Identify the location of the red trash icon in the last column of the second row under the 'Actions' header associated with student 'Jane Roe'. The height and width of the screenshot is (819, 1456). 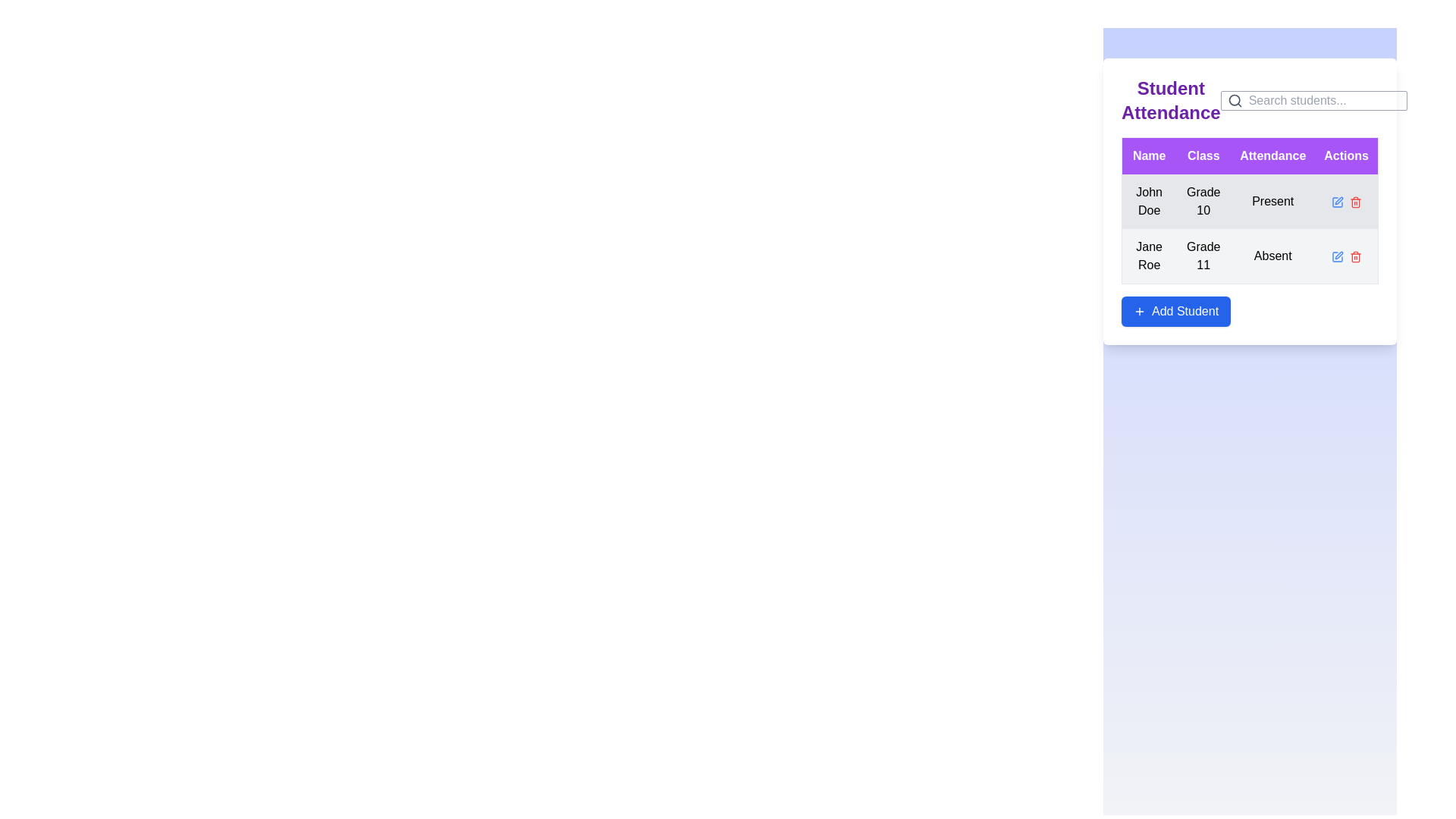
(1355, 256).